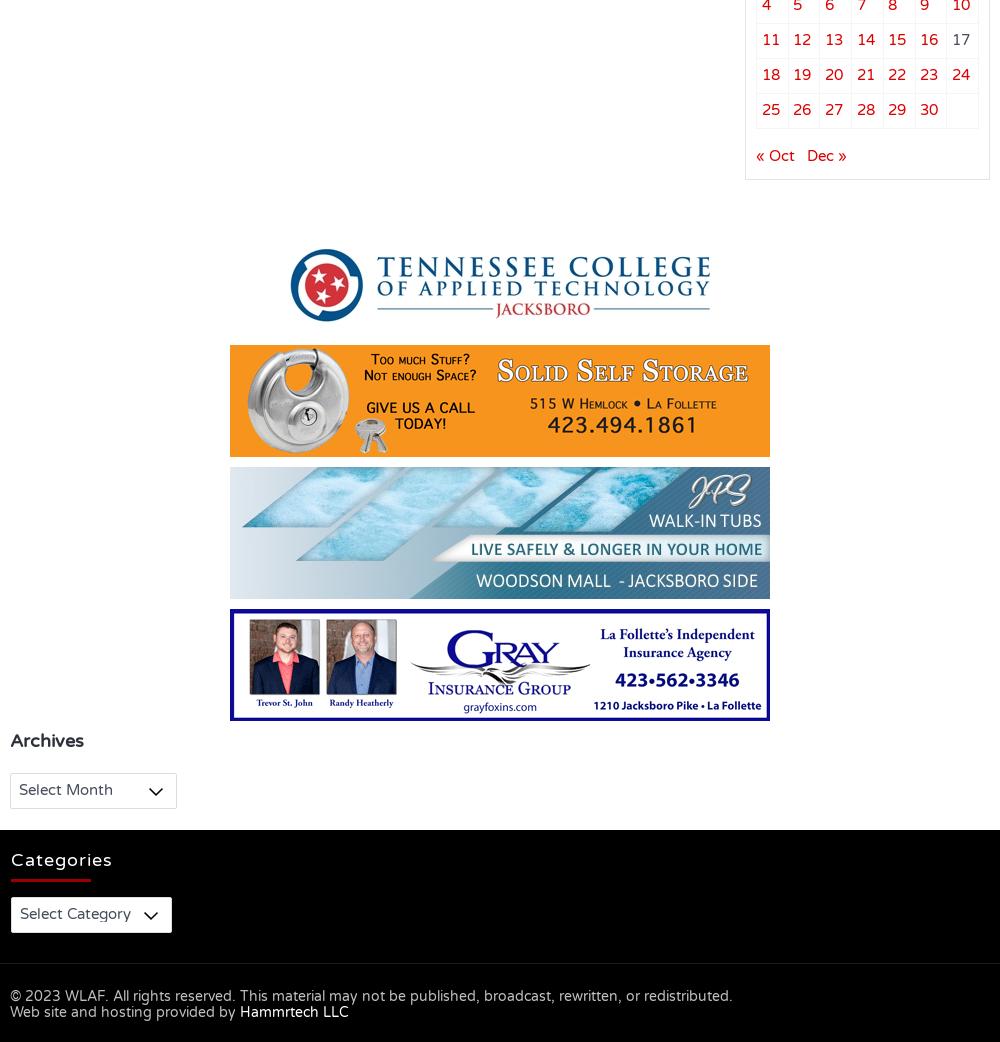  Describe the element at coordinates (807, 155) in the screenshot. I see `'Dec »'` at that location.